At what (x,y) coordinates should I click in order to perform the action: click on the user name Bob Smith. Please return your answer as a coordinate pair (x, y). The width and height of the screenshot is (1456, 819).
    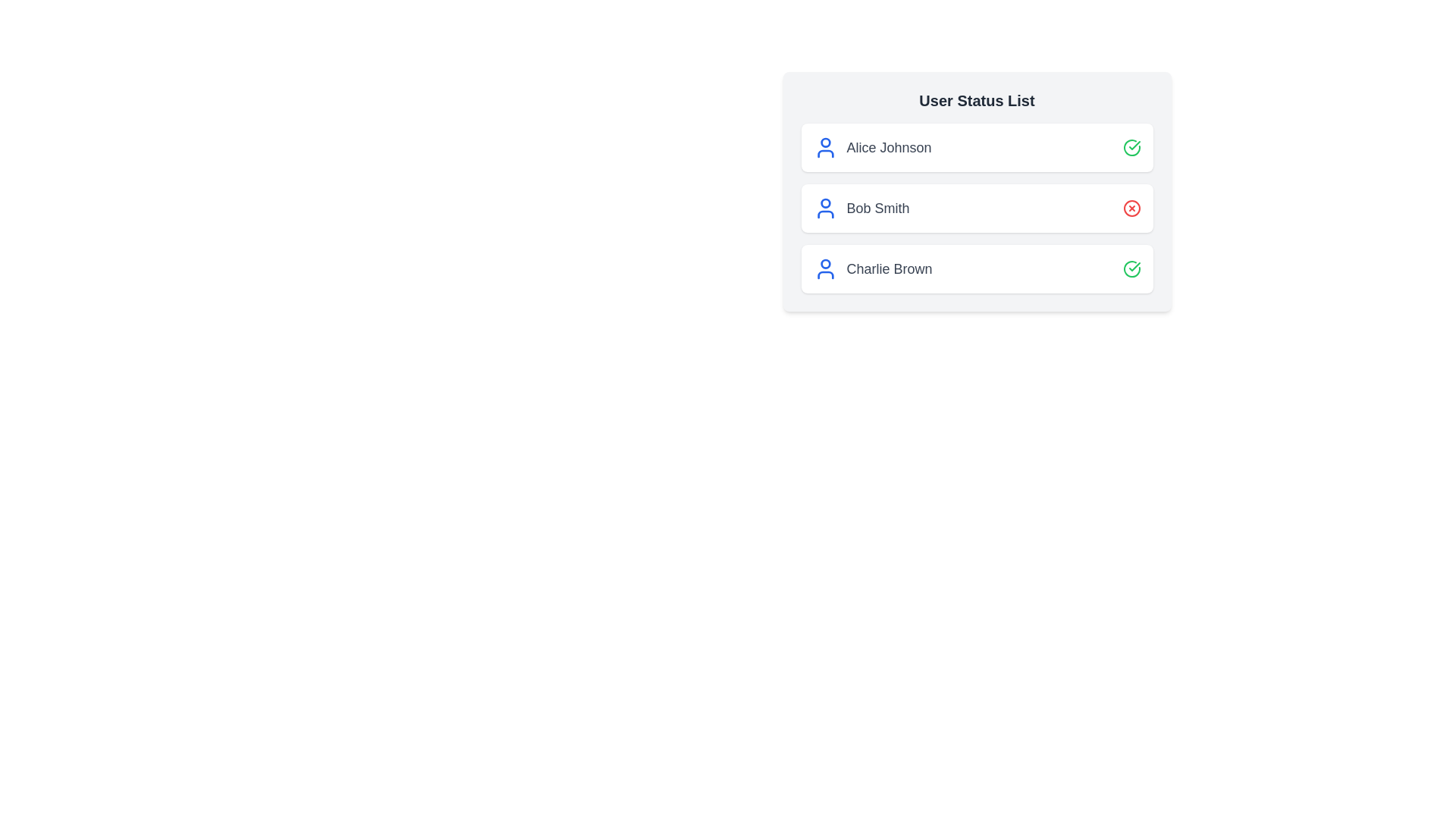
    Looking at the image, I should click on (977, 208).